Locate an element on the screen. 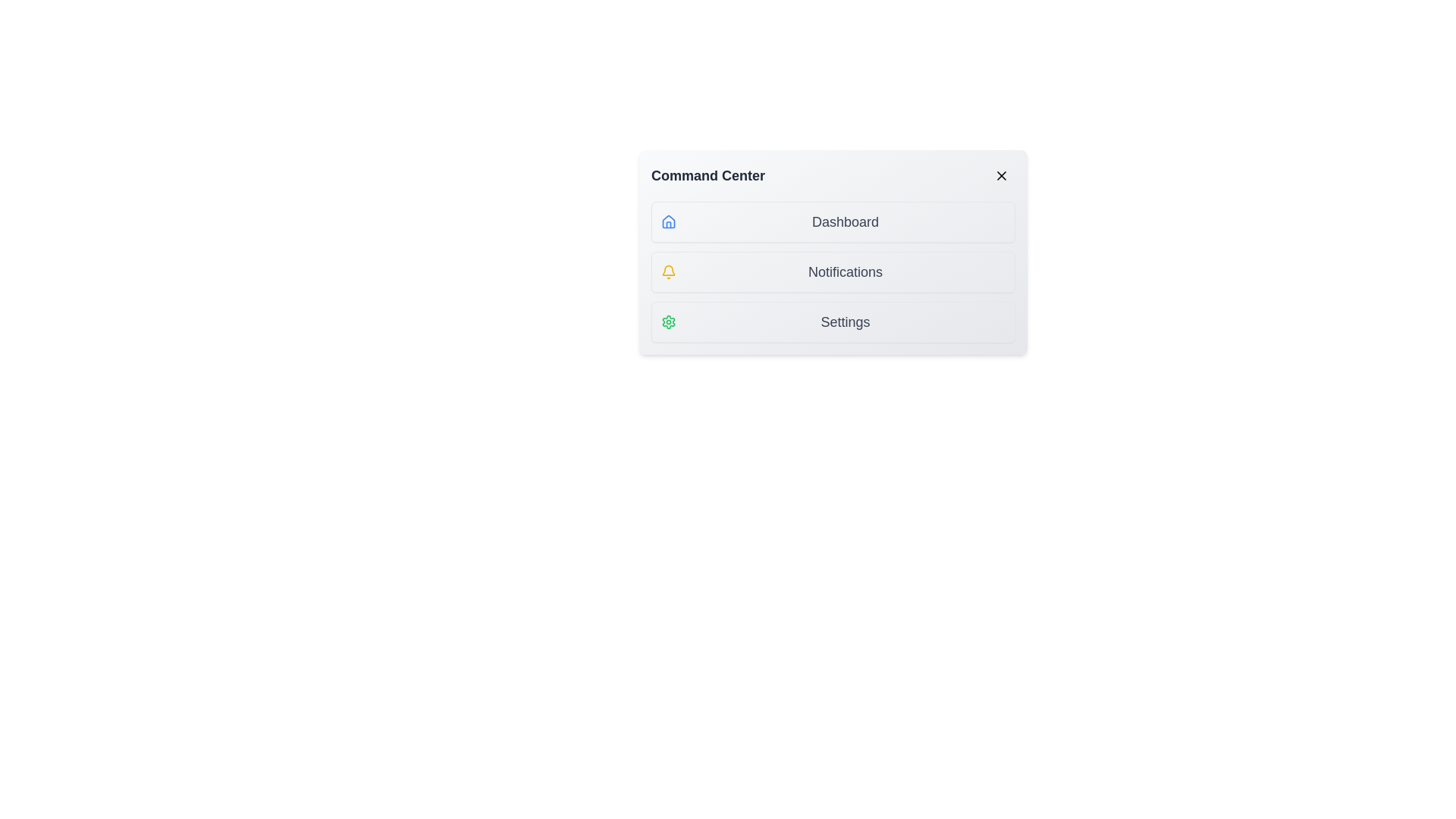 The width and height of the screenshot is (1456, 819). the settings icon, which is a green gear symbol located adjacent to the 'Settings' text in the settings menu is located at coordinates (668, 321).